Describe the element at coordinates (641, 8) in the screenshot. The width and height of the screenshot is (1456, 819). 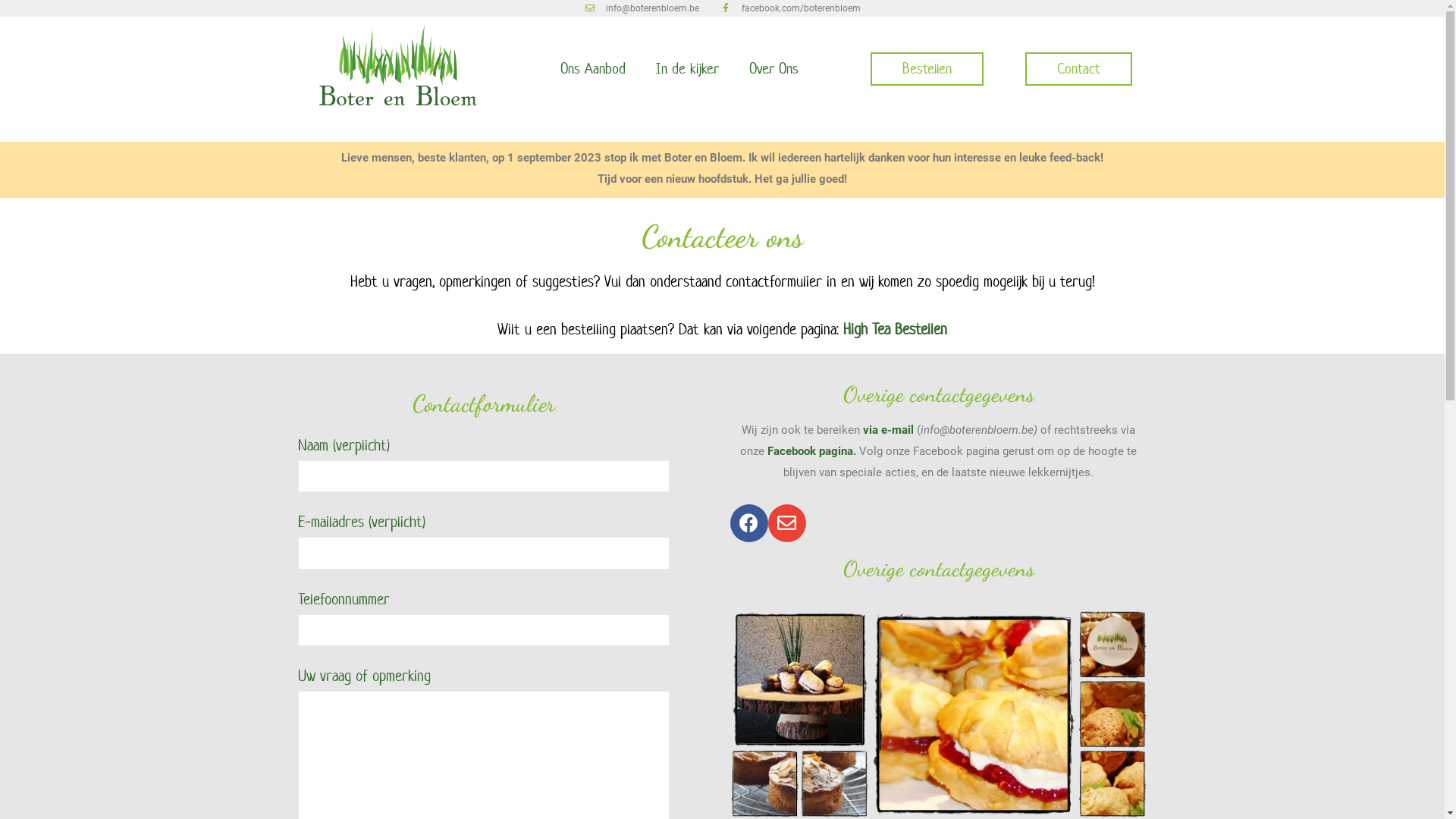
I see `'info@boterenbloem.be'` at that location.